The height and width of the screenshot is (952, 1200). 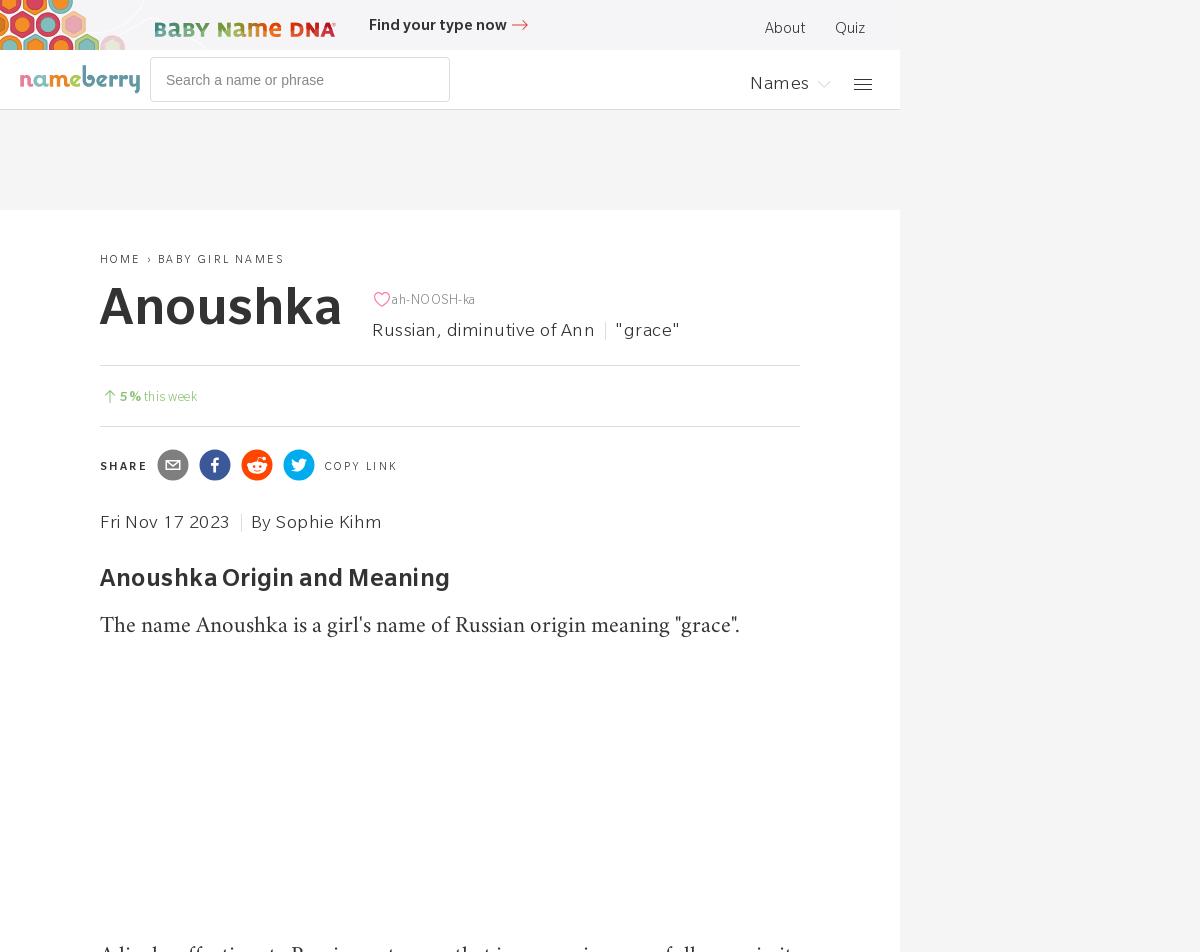 What do you see at coordinates (164, 521) in the screenshot?
I see `'Fri Nov 17 2023'` at bounding box center [164, 521].